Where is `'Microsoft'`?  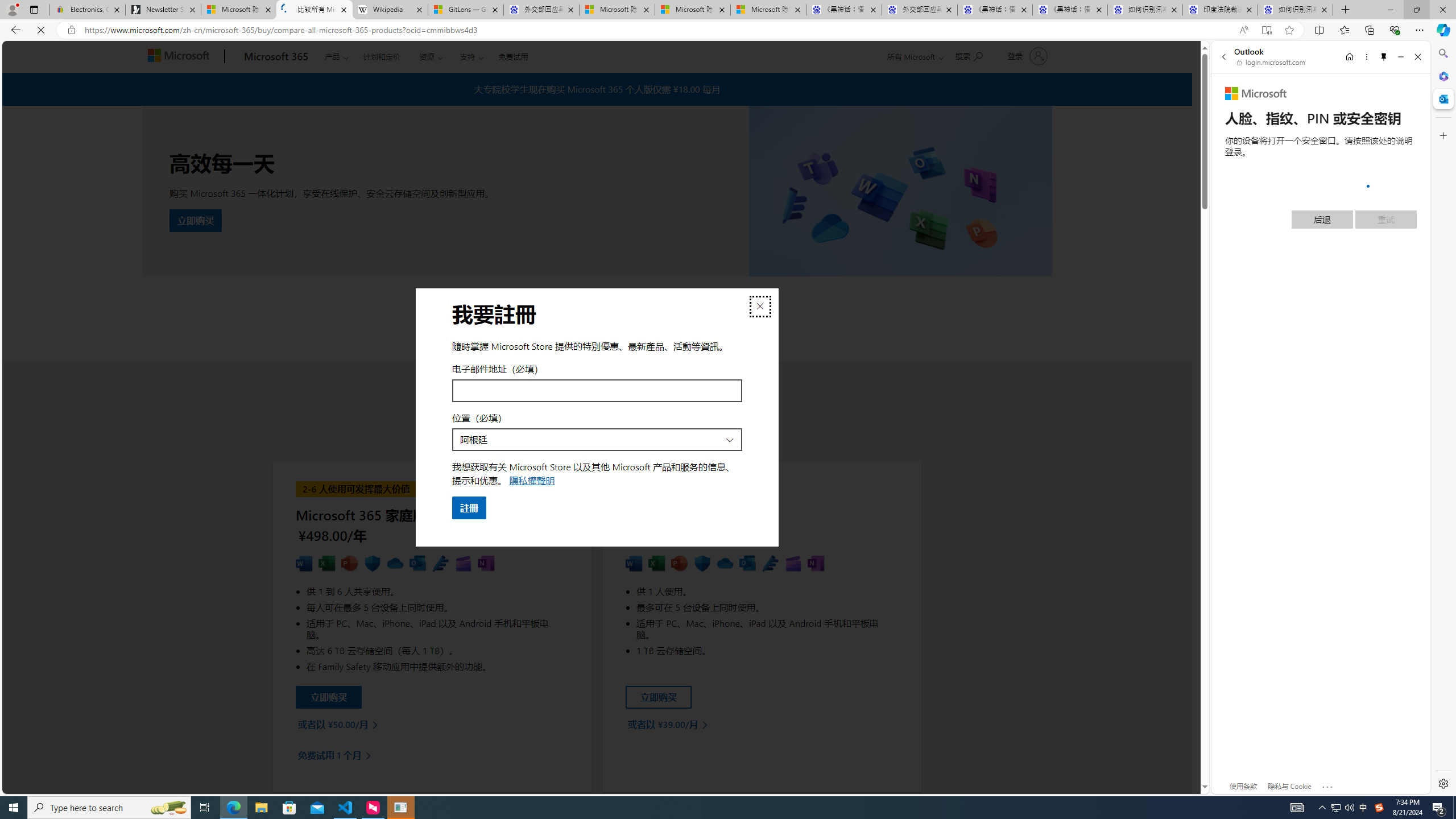
'Microsoft' is located at coordinates (1256, 93).